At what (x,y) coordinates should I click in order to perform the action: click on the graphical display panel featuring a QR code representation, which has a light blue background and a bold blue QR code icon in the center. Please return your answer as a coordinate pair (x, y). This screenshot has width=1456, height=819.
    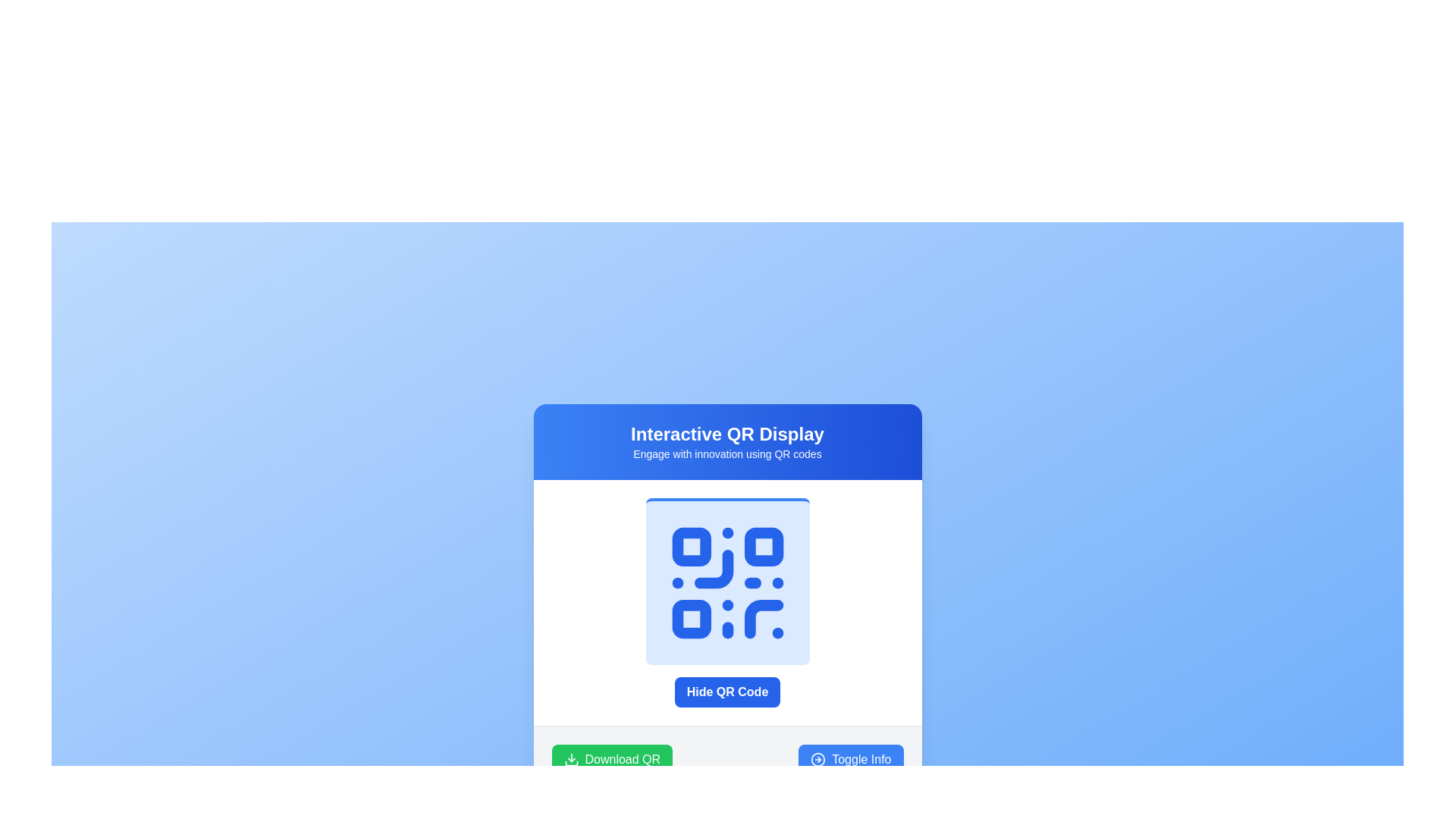
    Looking at the image, I should click on (726, 580).